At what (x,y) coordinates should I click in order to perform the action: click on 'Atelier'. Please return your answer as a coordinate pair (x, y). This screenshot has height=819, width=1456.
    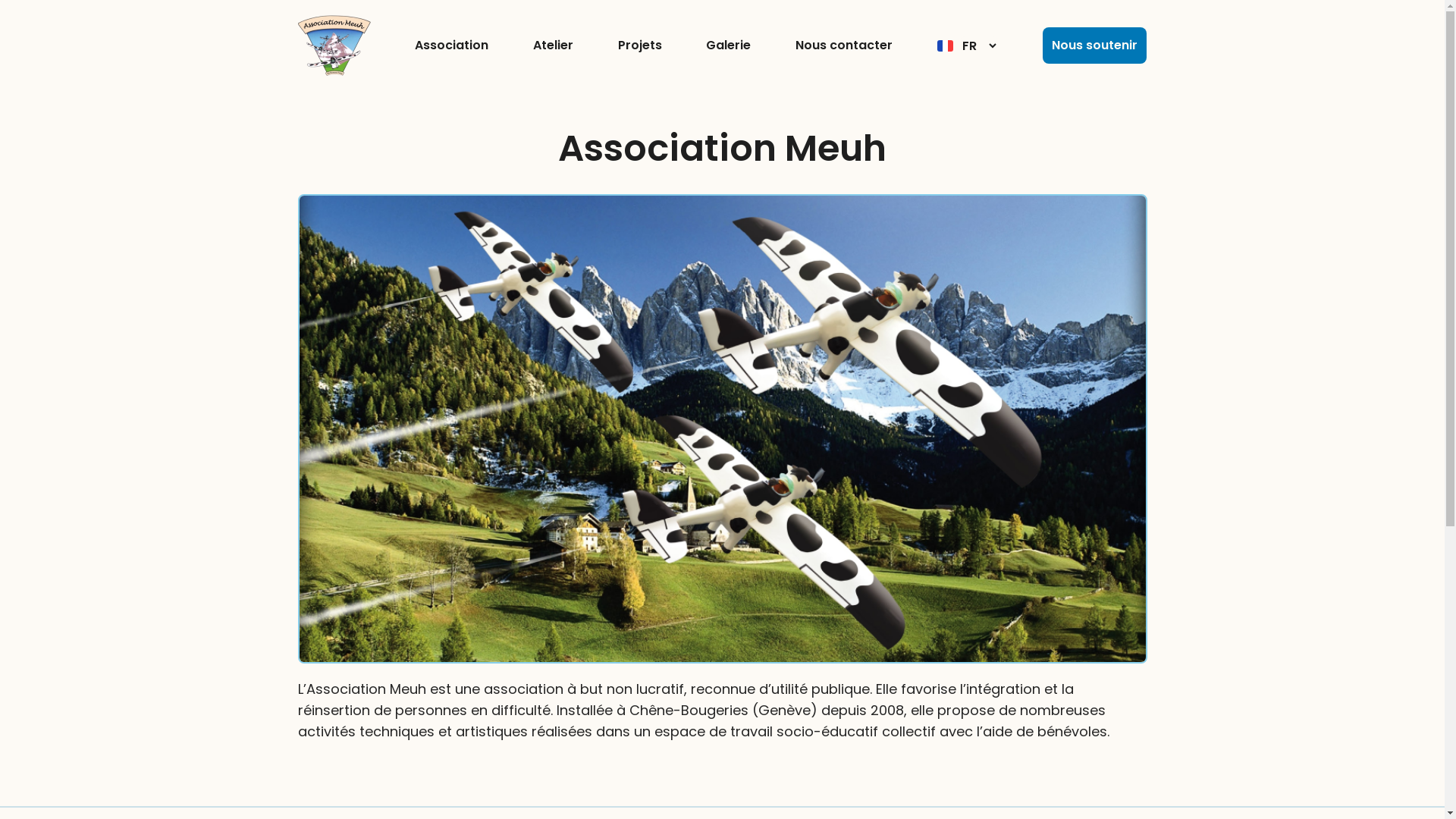
    Looking at the image, I should click on (552, 45).